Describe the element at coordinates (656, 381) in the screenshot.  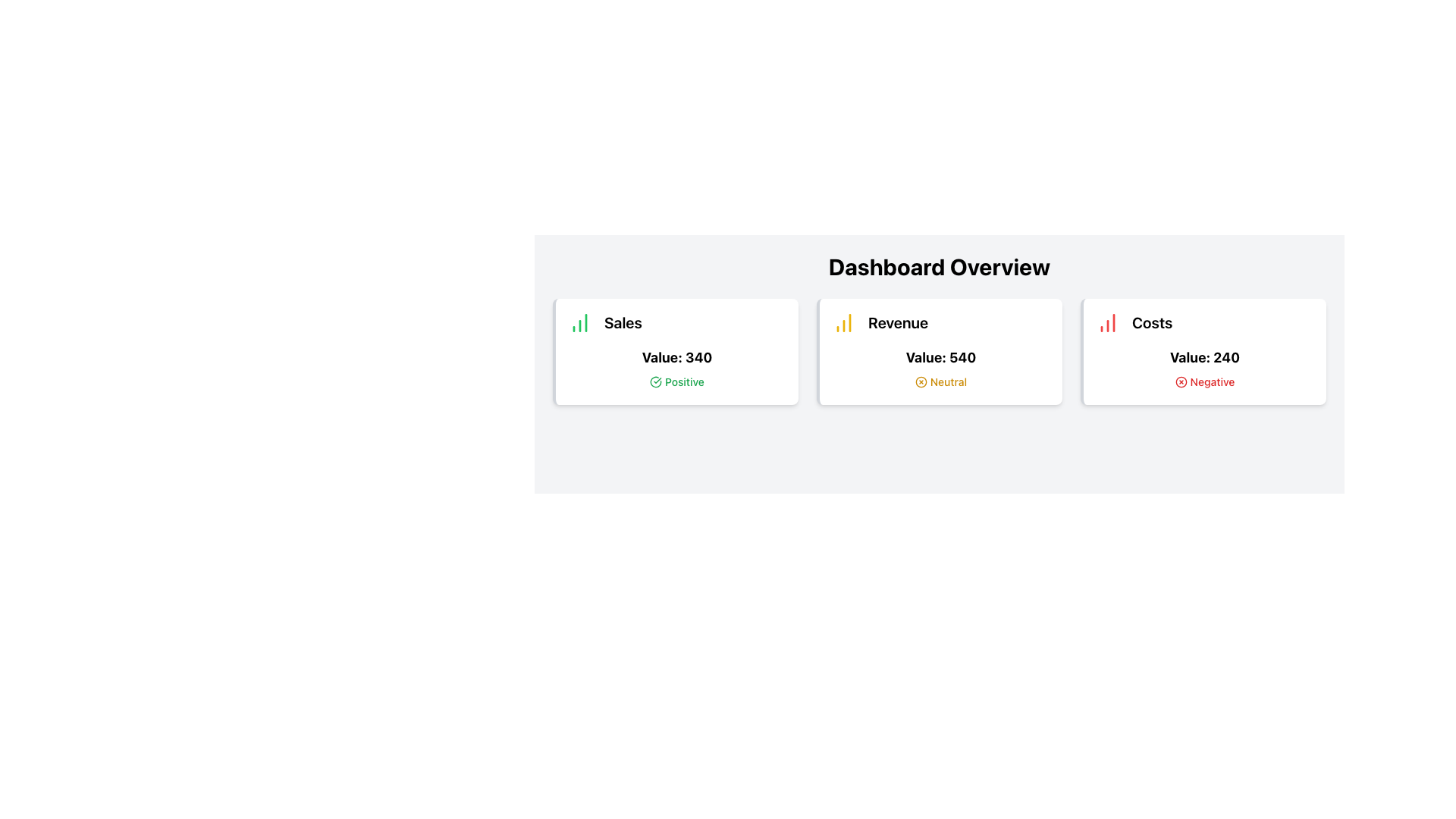
I see `the green circular icon with a checkmark inside, which indicates a positive status, located in the bottom-left corner of the 'Sales' card on the dashboard overview` at that location.